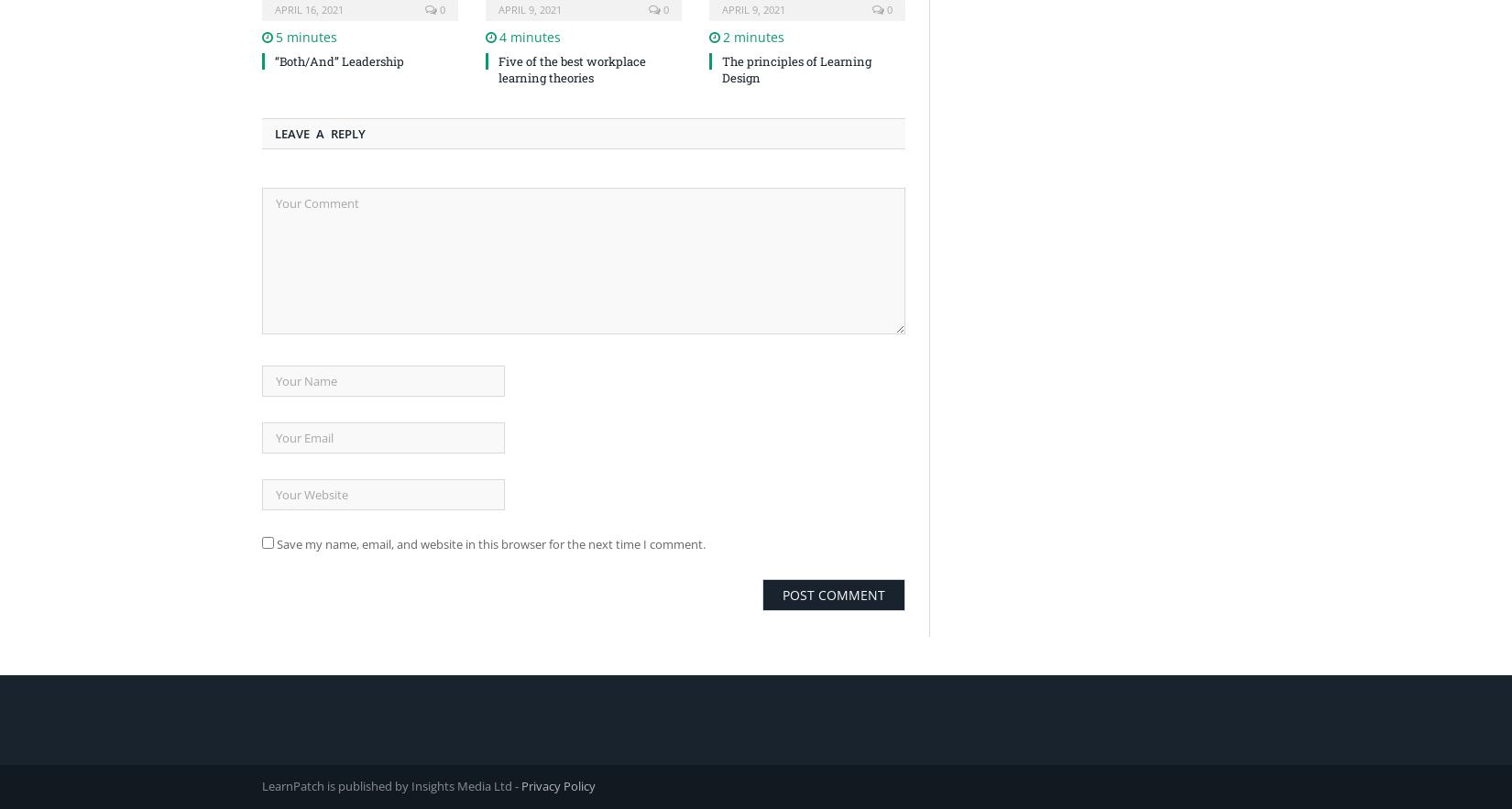 The width and height of the screenshot is (1512, 809). Describe the element at coordinates (339, 59) in the screenshot. I see `'“Both/And” Leadership'` at that location.